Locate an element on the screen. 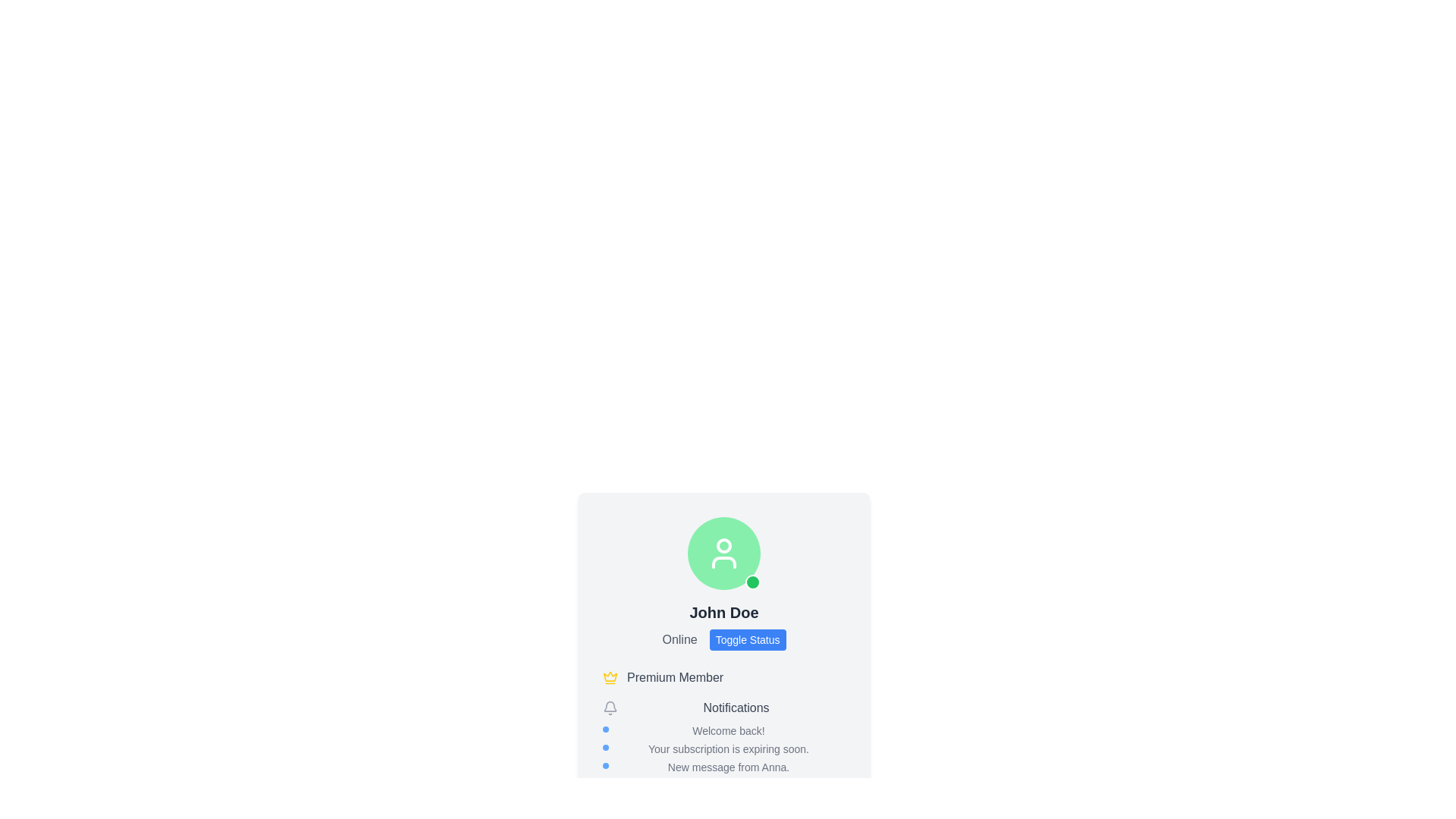  the small circular badge with a green background and white border located in the bottom-right corner of the user profile component is located at coordinates (753, 581).